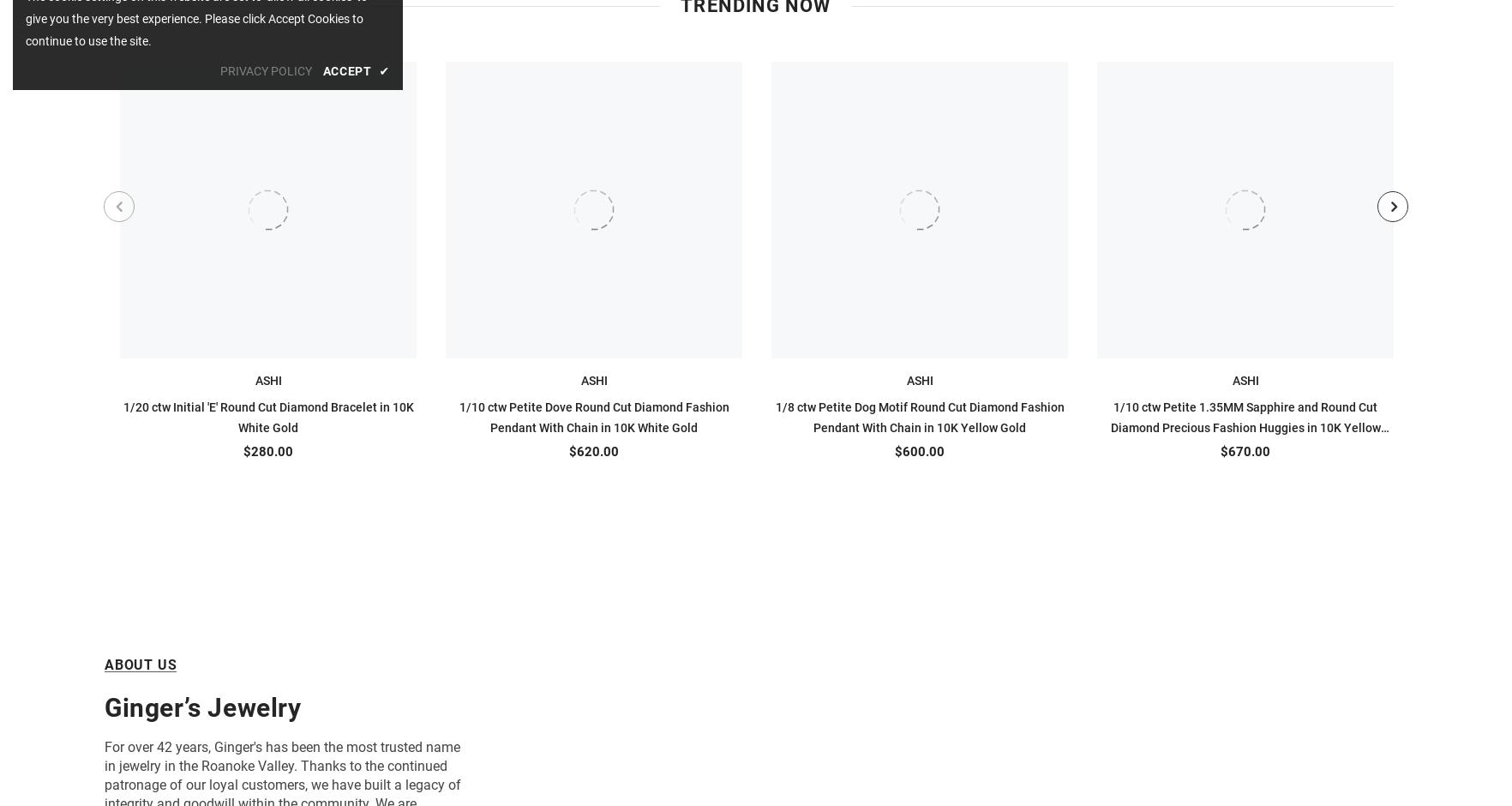  Describe the element at coordinates (164, 747) in the screenshot. I see `'42'` at that location.